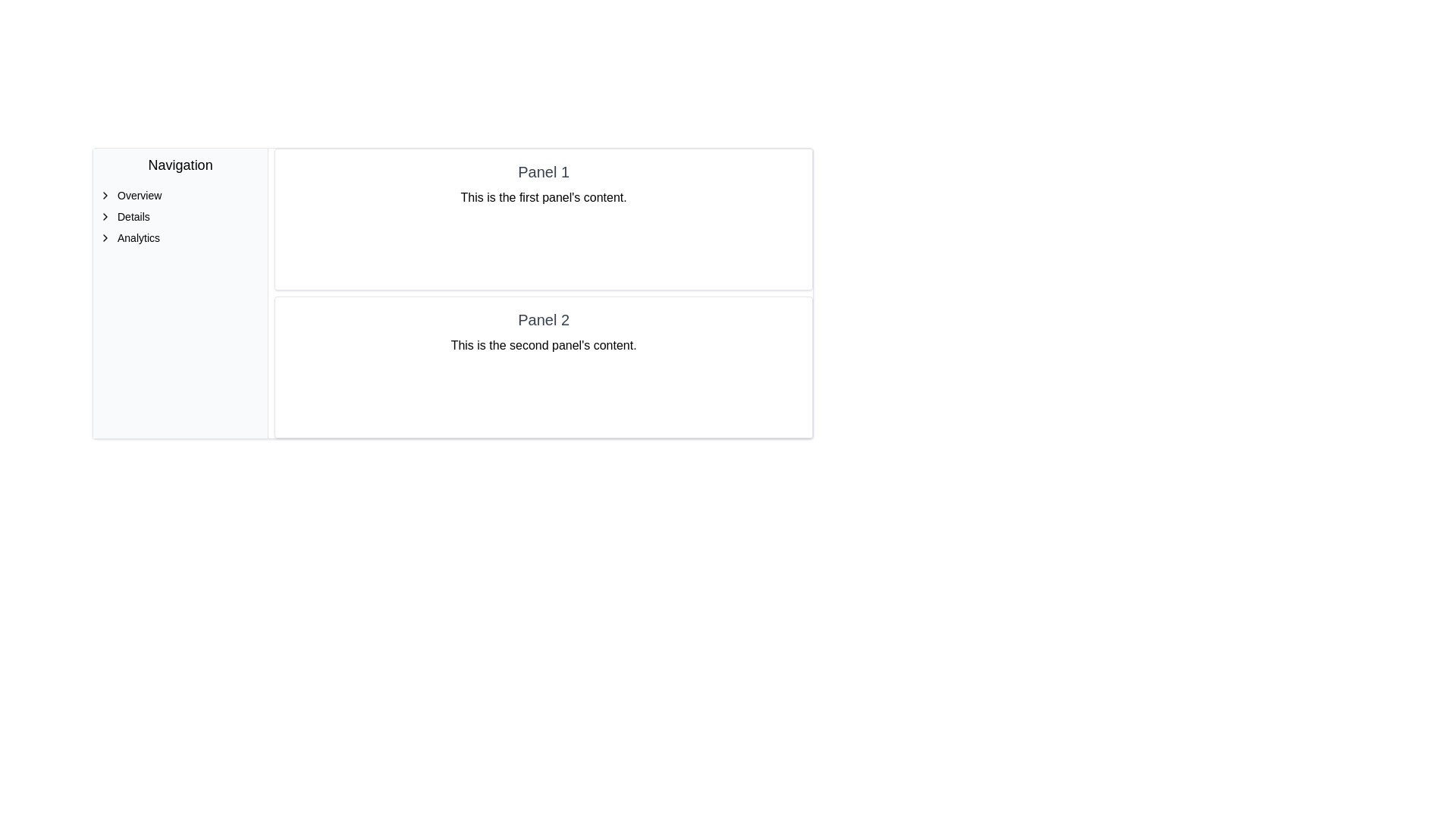 This screenshot has height=819, width=1456. What do you see at coordinates (105, 237) in the screenshot?
I see `the Chevron icon pointing to the right, located to the left of the 'Analytics' text in the vertical navigation menu` at bounding box center [105, 237].